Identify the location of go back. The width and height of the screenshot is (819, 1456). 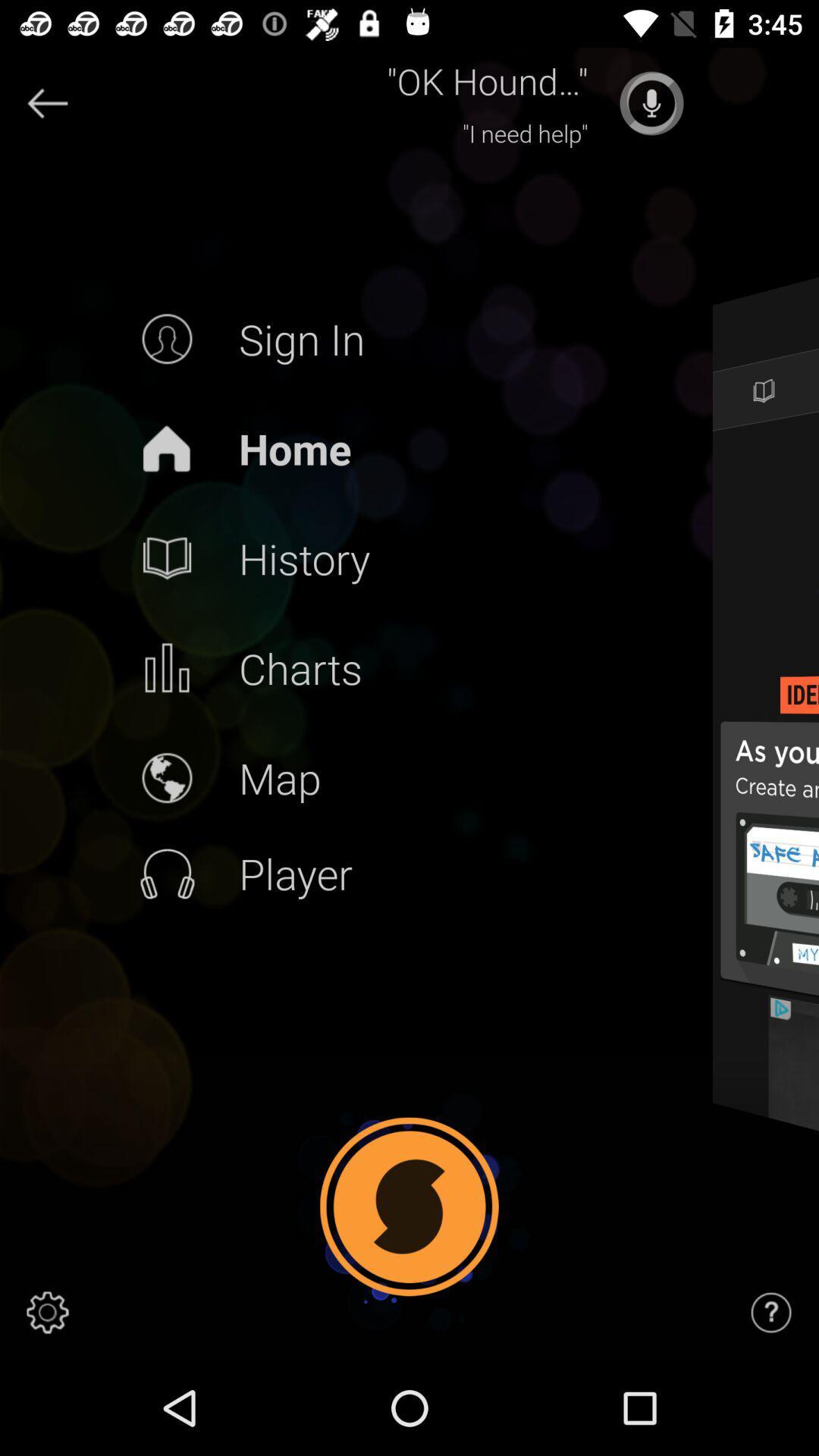
(46, 102).